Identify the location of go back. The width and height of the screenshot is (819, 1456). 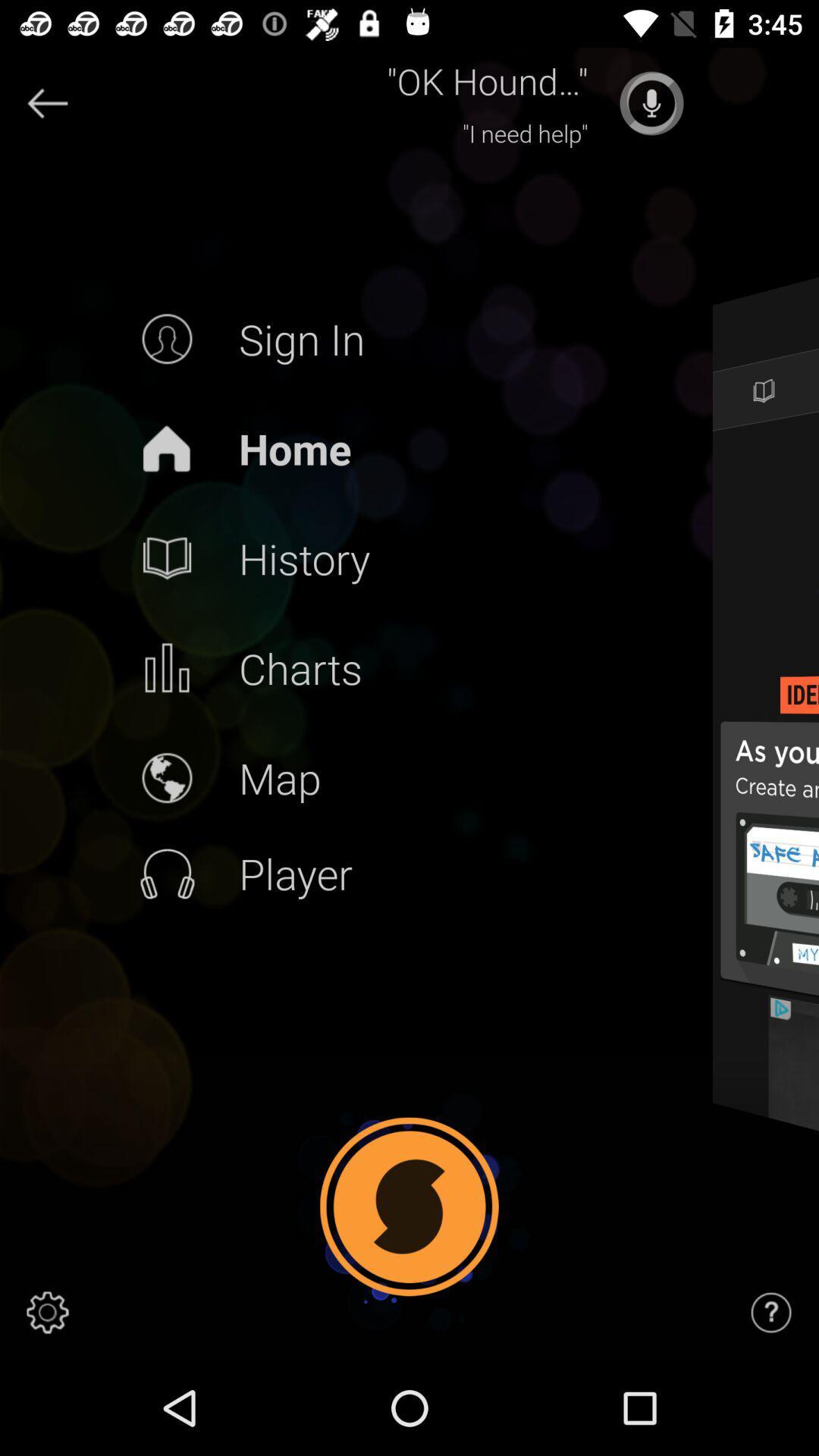
(46, 102).